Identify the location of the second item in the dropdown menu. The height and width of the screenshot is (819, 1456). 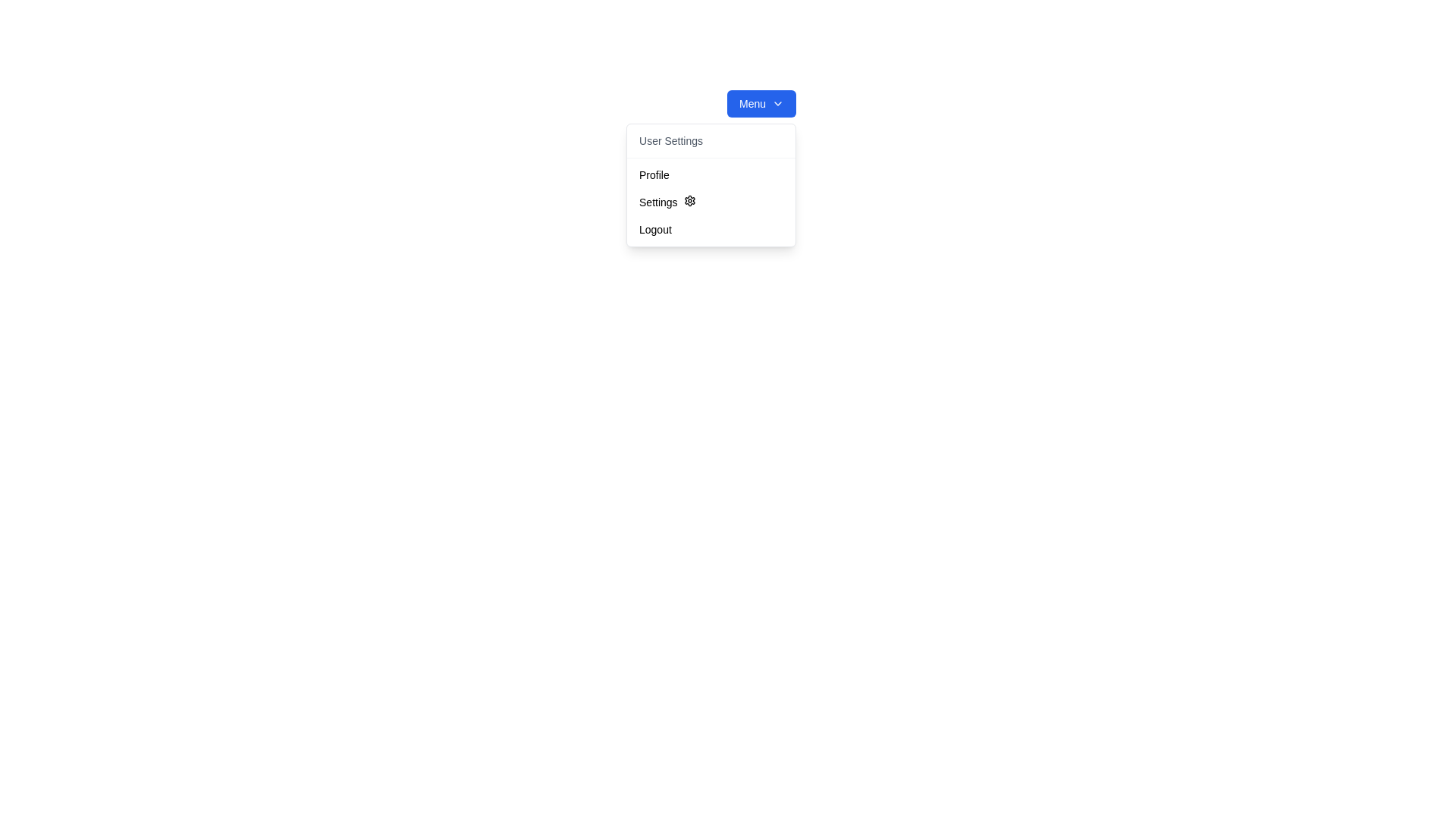
(711, 201).